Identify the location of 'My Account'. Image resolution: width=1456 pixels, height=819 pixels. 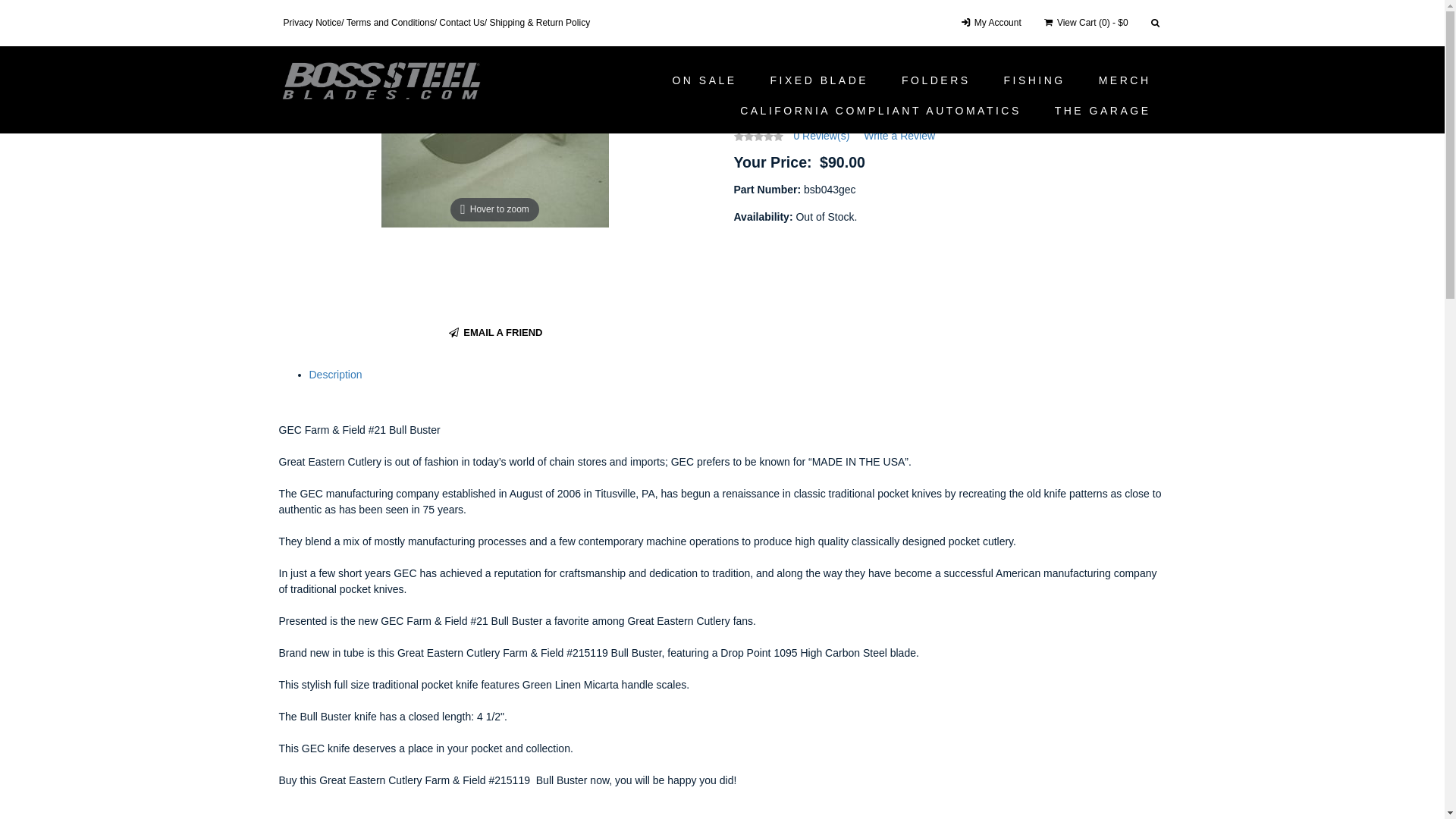
(990, 23).